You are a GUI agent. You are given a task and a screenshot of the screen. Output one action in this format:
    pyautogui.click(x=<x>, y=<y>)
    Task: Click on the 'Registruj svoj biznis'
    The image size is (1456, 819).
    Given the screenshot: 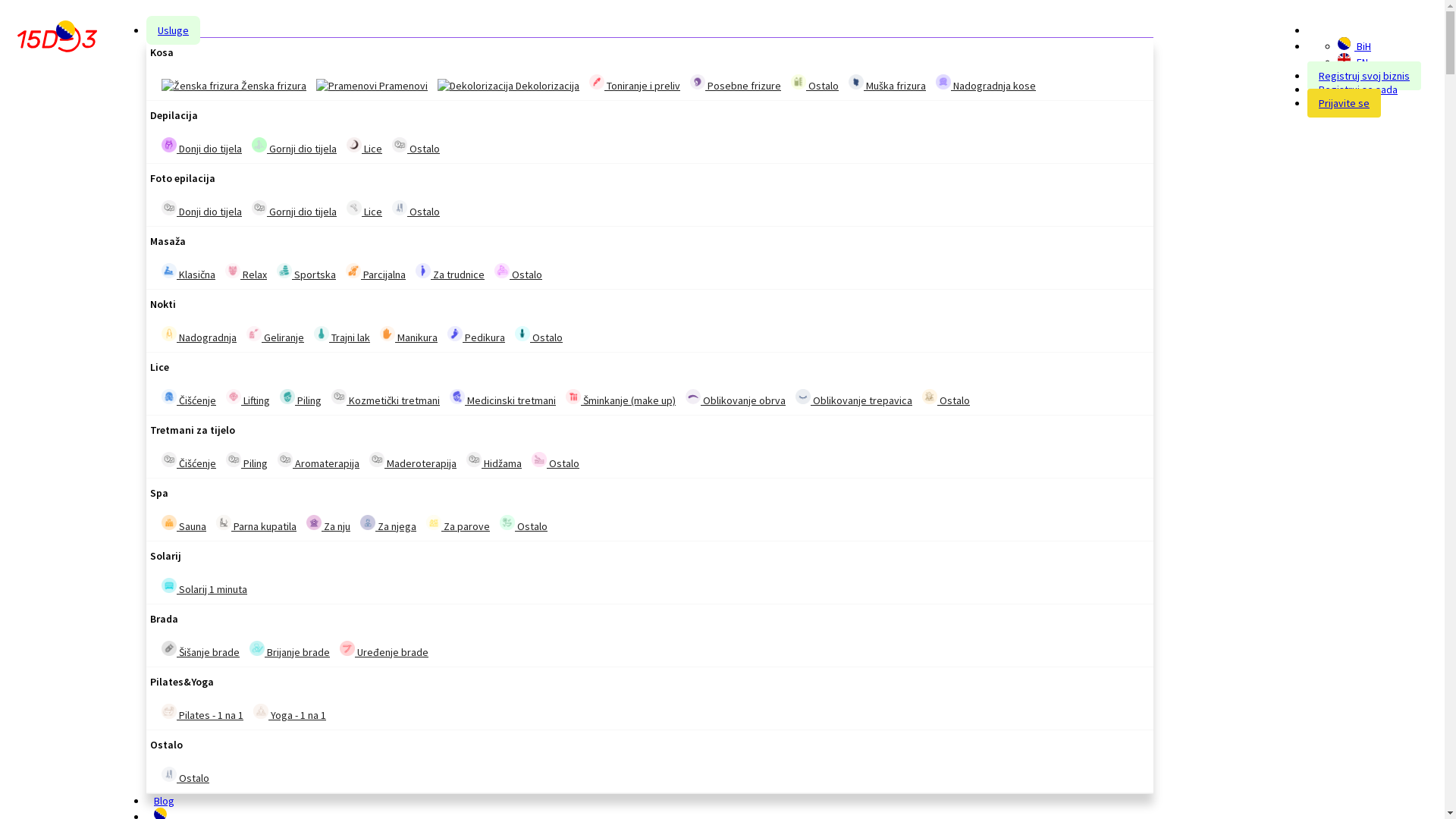 What is the action you would take?
    pyautogui.click(x=1364, y=76)
    